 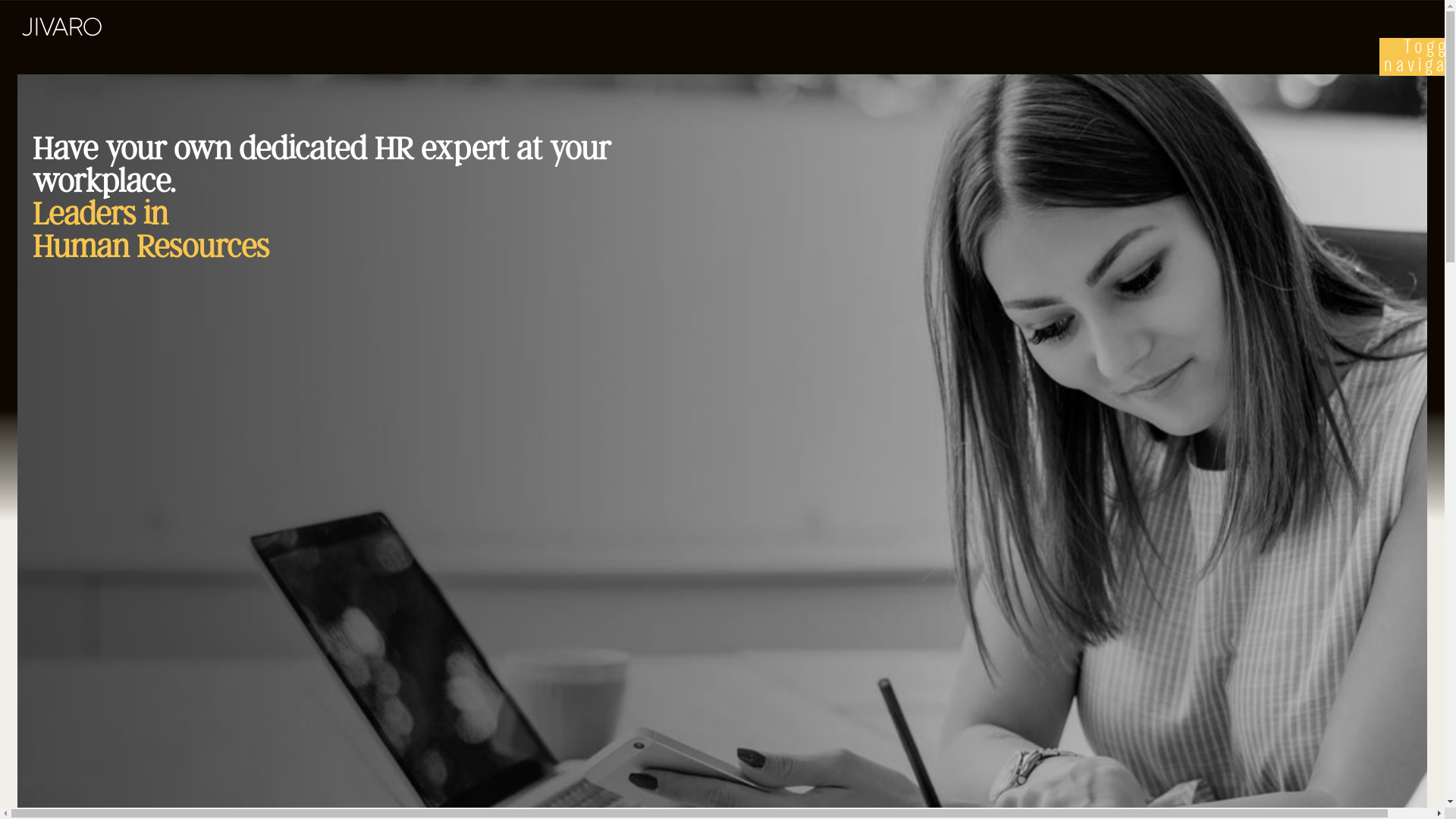 What do you see at coordinates (6, 11) in the screenshot?
I see `'Skip to main content'` at bounding box center [6, 11].